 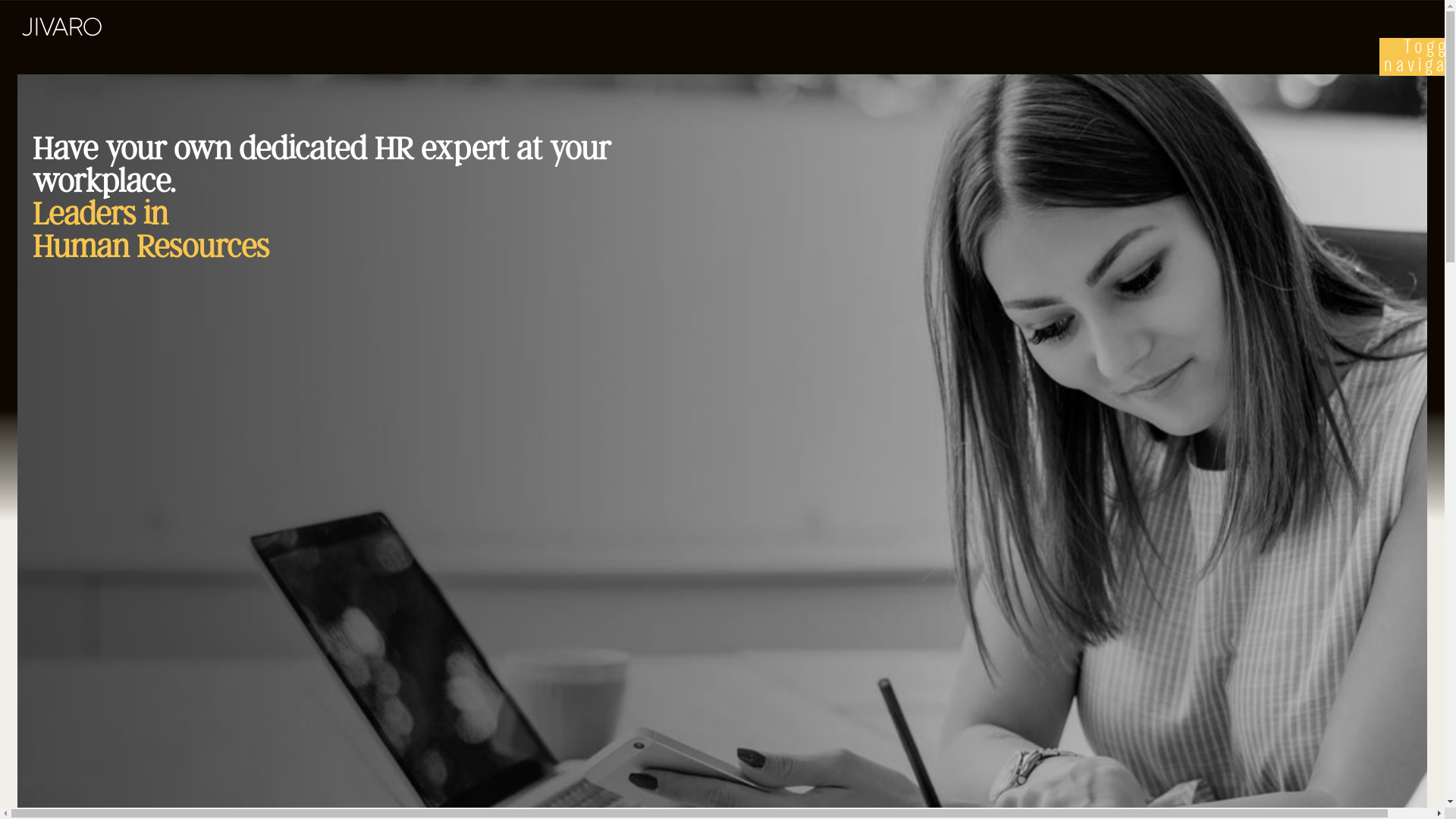 What do you see at coordinates (6, 11) in the screenshot?
I see `'Skip to main content'` at bounding box center [6, 11].